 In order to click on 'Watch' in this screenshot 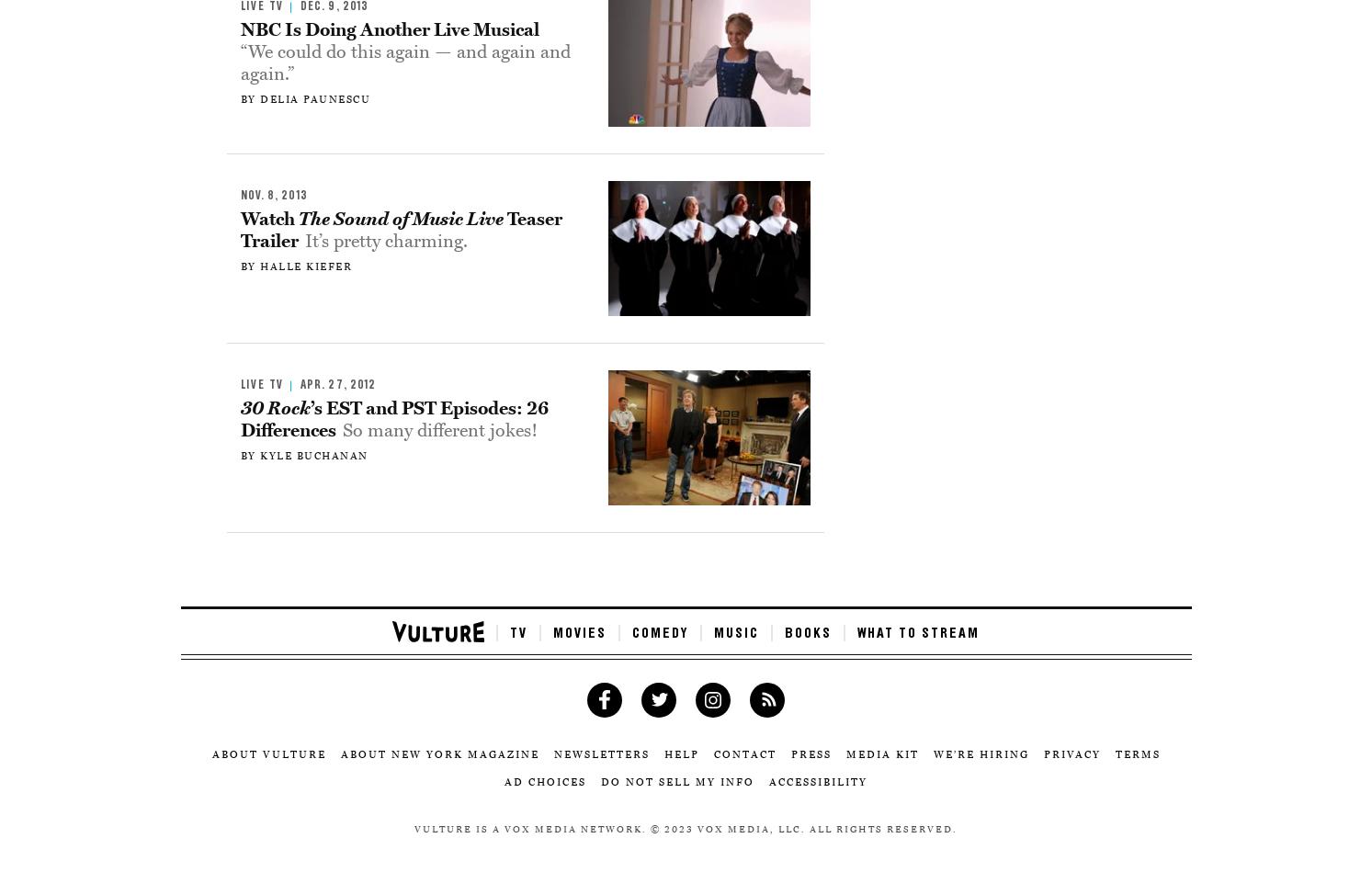, I will do `click(268, 218)`.